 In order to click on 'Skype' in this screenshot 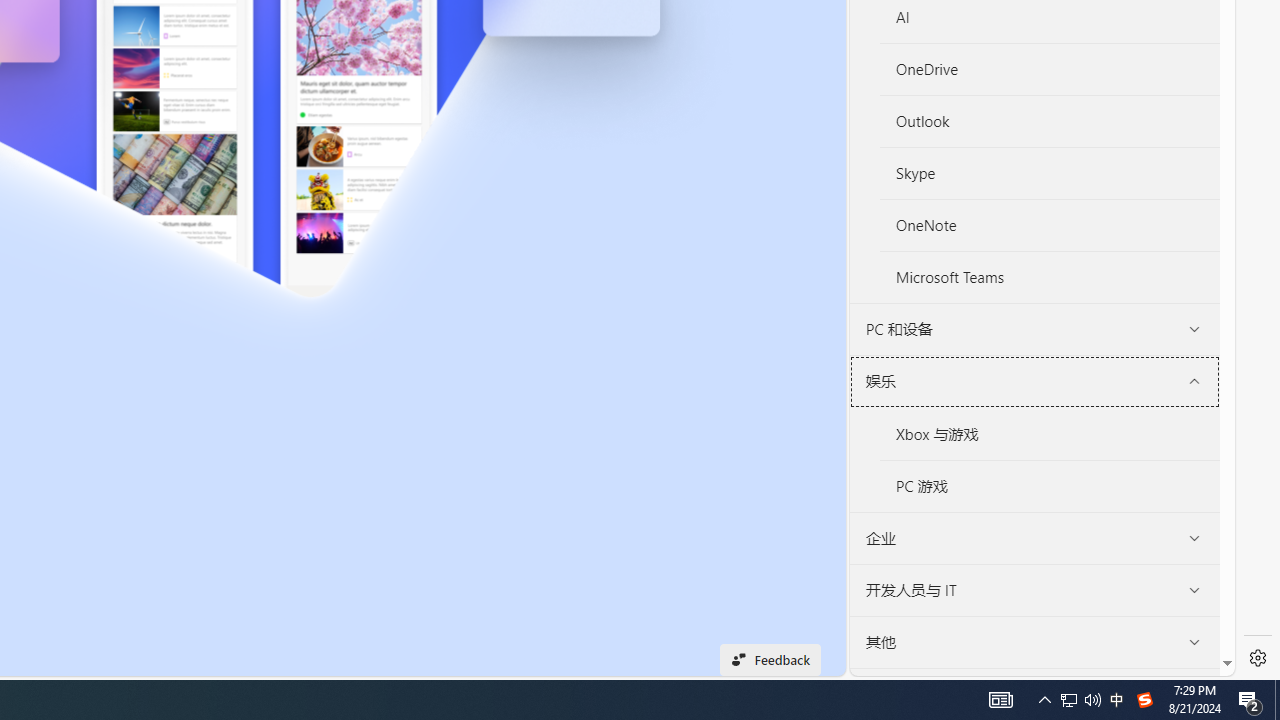, I will do `click(1048, 172)`.